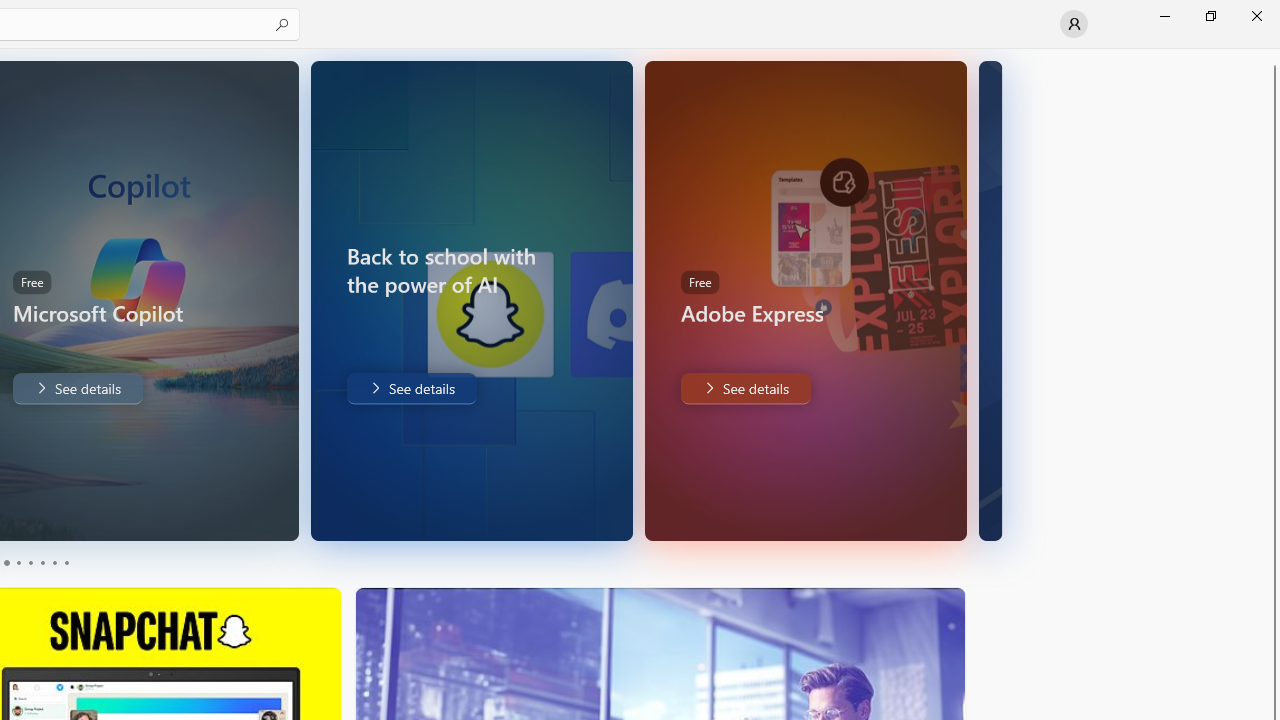 The width and height of the screenshot is (1280, 720). What do you see at coordinates (1072, 24) in the screenshot?
I see `'User profile'` at bounding box center [1072, 24].